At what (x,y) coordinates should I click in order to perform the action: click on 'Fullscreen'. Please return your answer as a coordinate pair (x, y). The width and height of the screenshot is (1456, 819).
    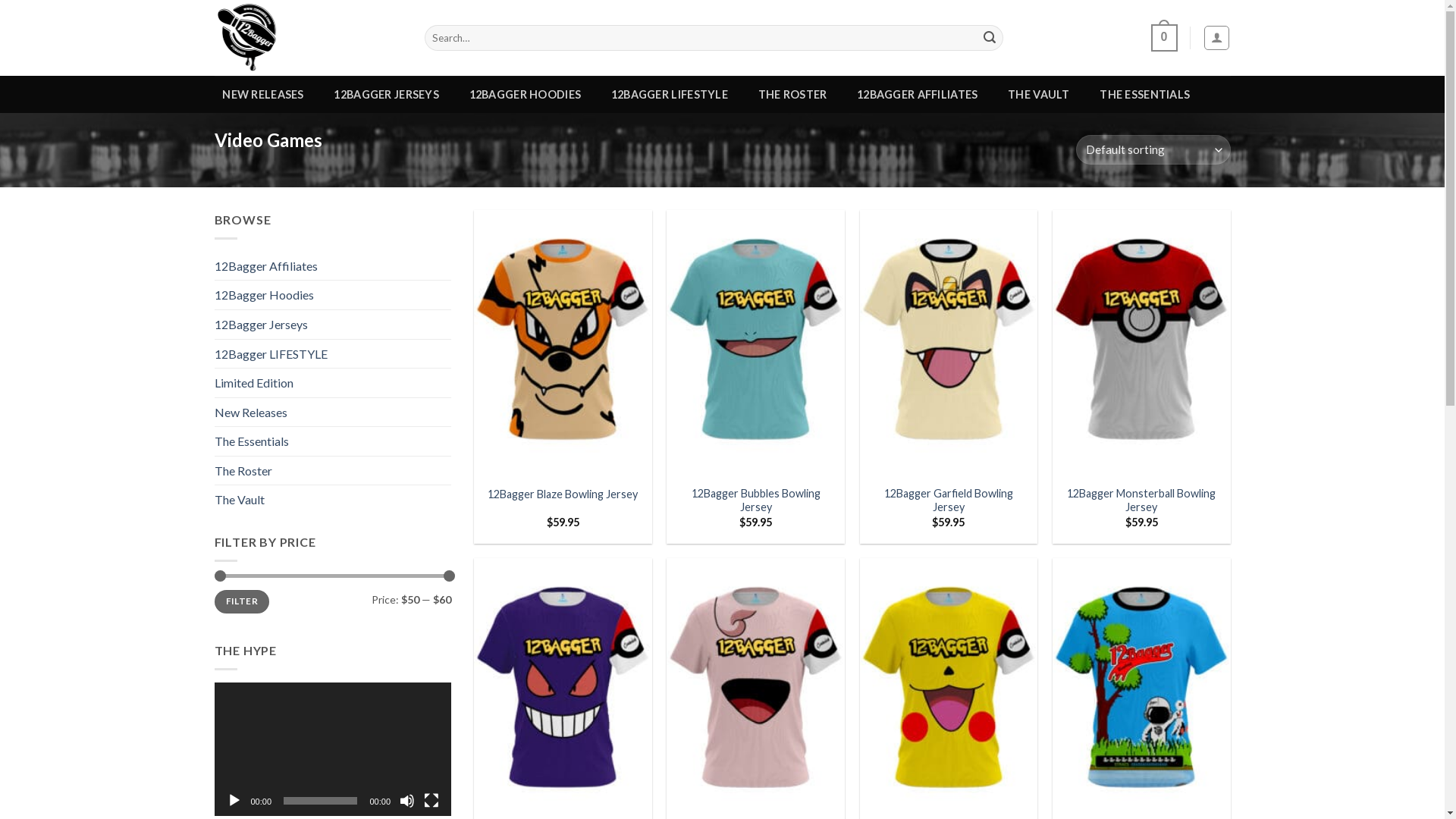
    Looking at the image, I should click on (431, 800).